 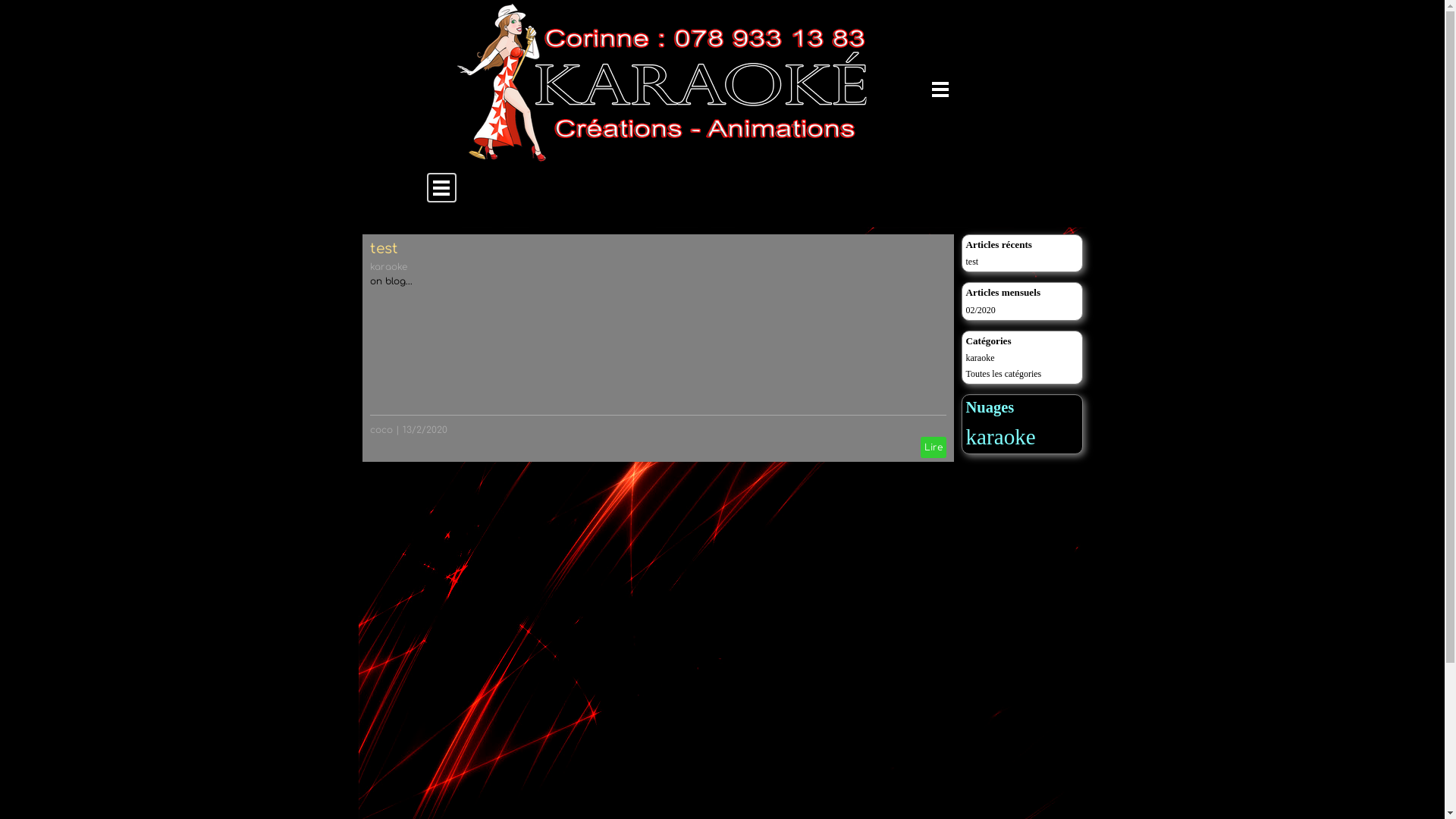 I want to click on 'karaoke', so click(x=388, y=265).